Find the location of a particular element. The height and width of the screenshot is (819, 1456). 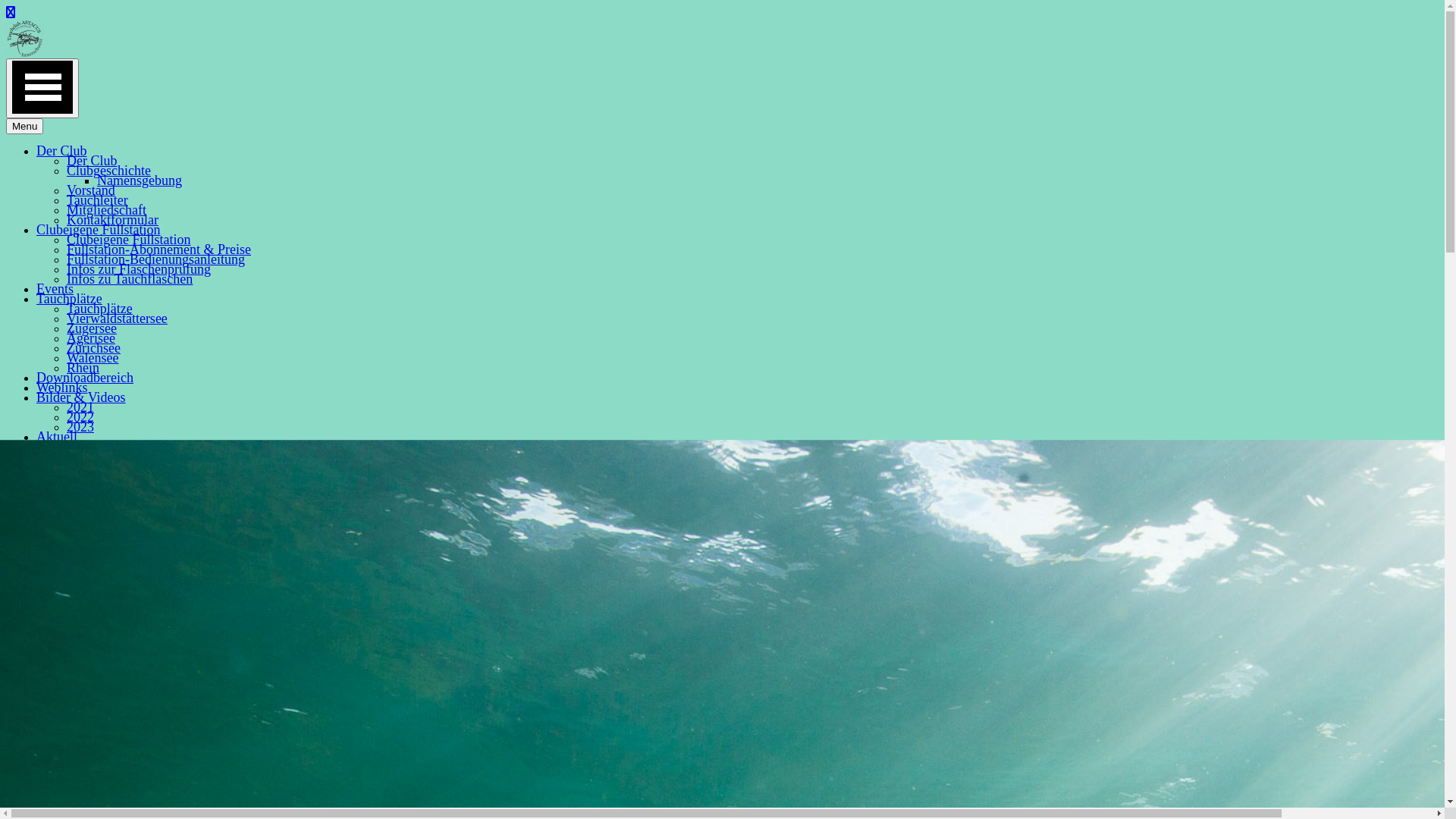

'Infos zu Tauchflaschen' is located at coordinates (65, 278).